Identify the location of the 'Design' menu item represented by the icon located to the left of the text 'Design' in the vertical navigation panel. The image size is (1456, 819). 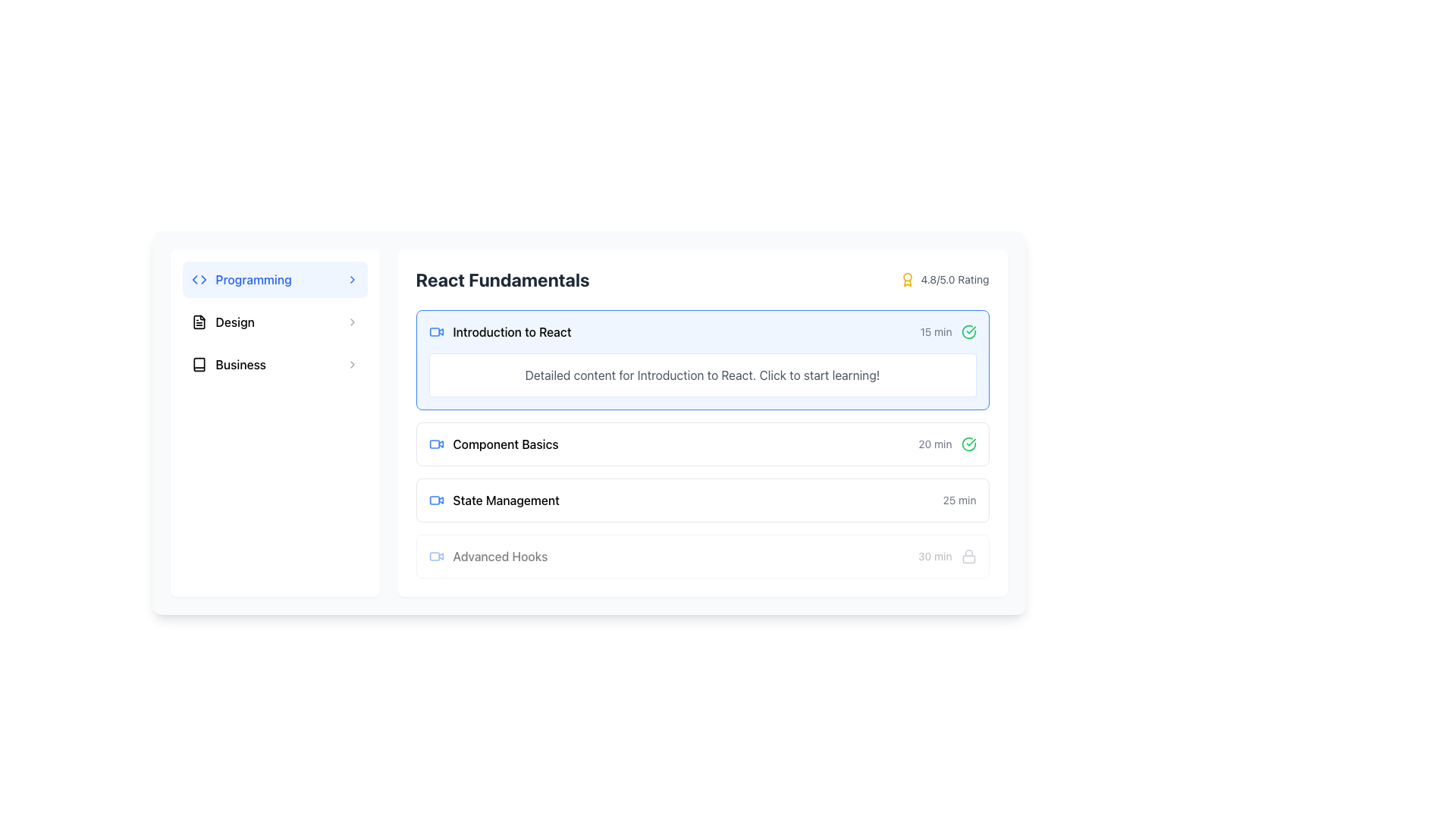
(198, 321).